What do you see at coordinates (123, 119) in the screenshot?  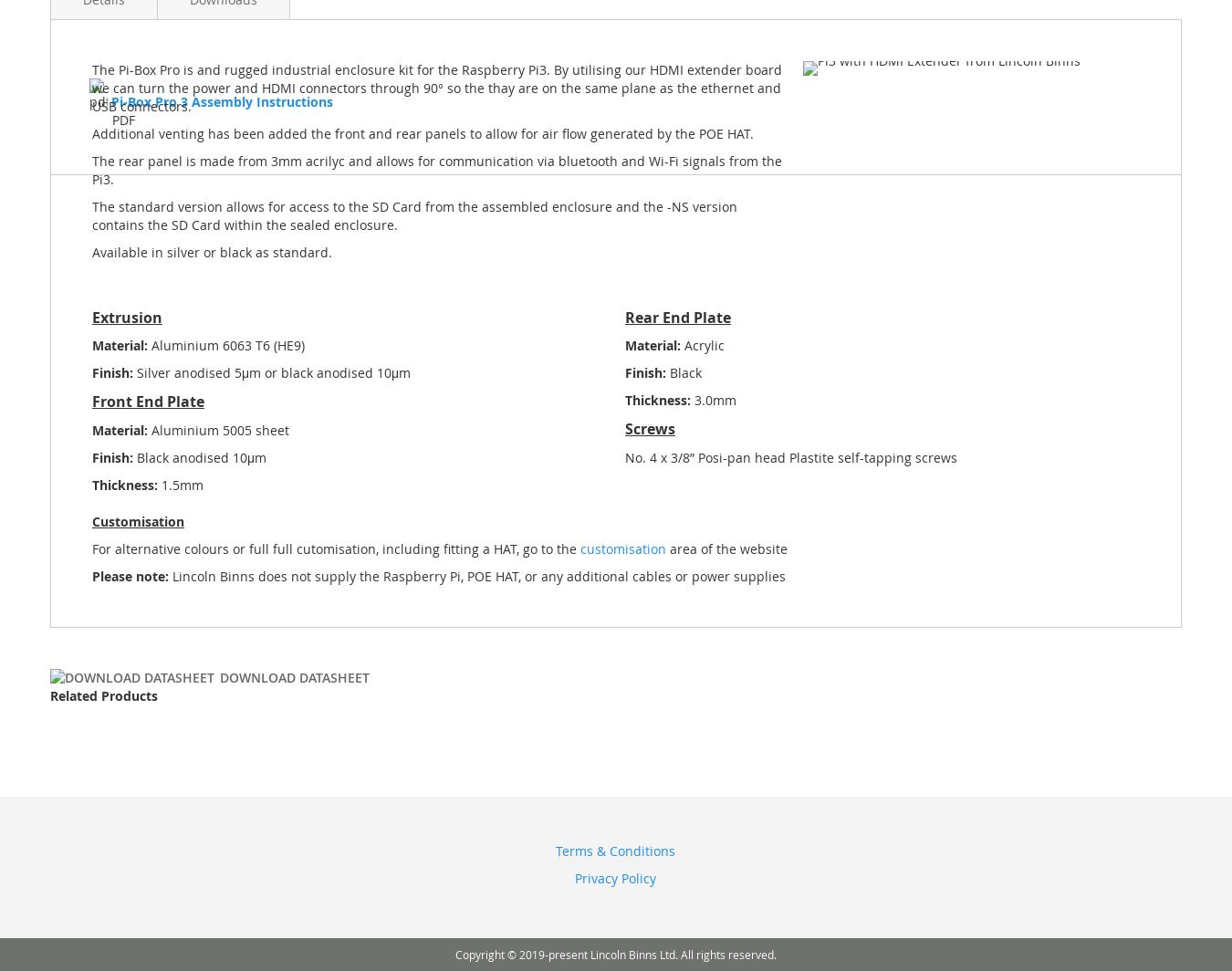 I see `'PDF'` at bounding box center [123, 119].